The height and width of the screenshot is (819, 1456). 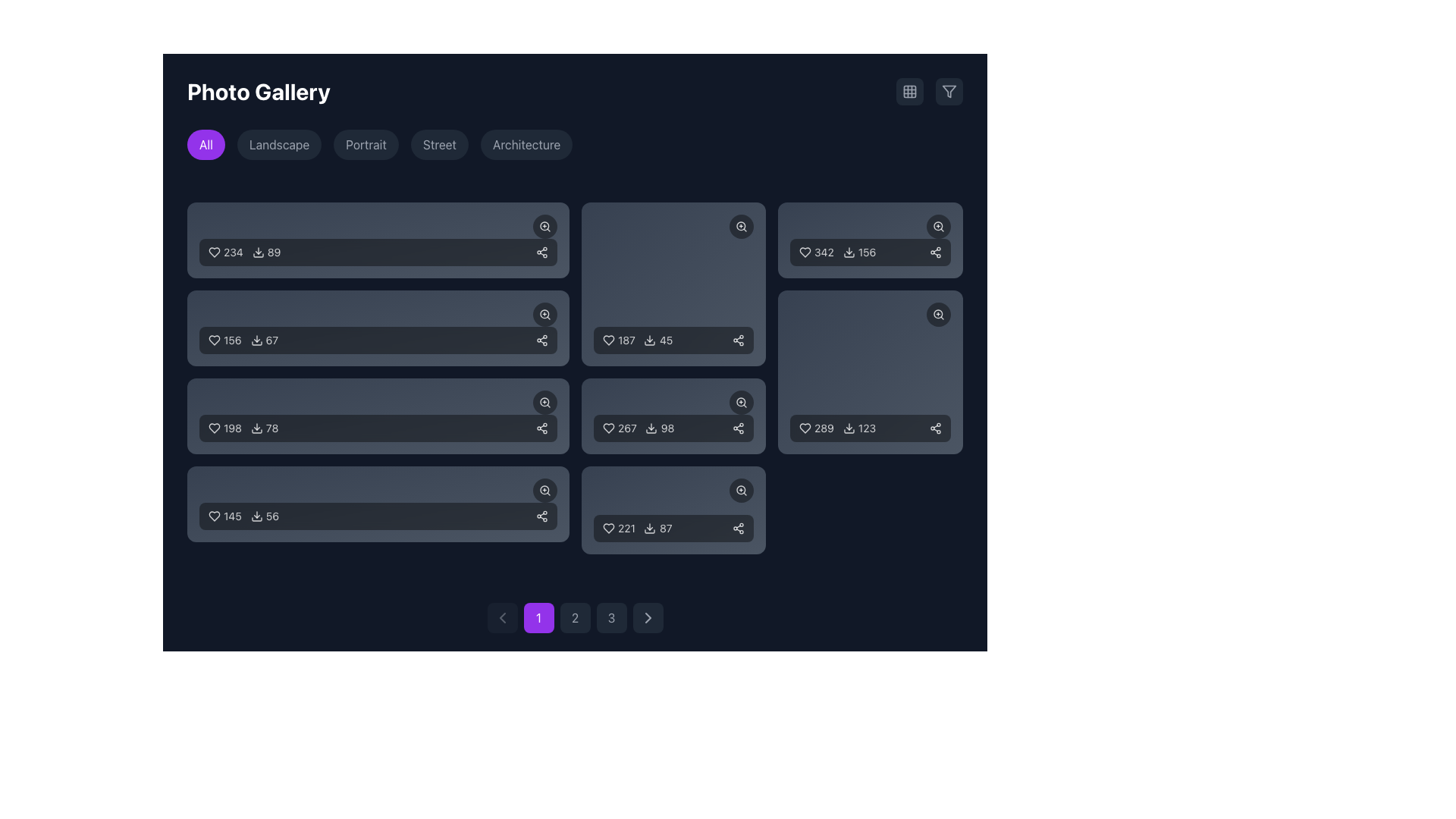 I want to click on the interactive counter element displaying '67' with a download icon to change its color to full white, so click(x=264, y=339).